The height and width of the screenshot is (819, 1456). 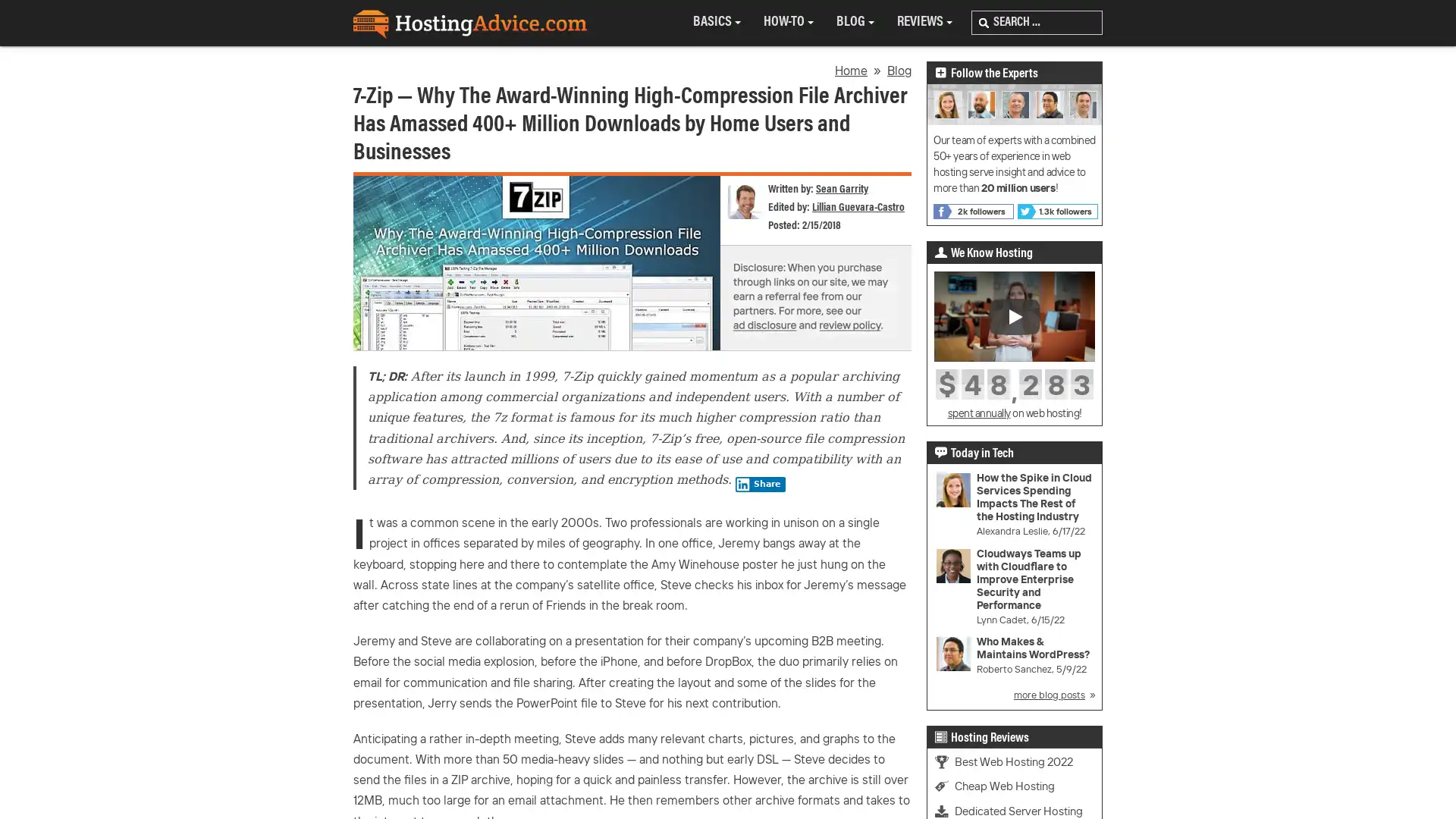 I want to click on Search, so click(x=984, y=23).